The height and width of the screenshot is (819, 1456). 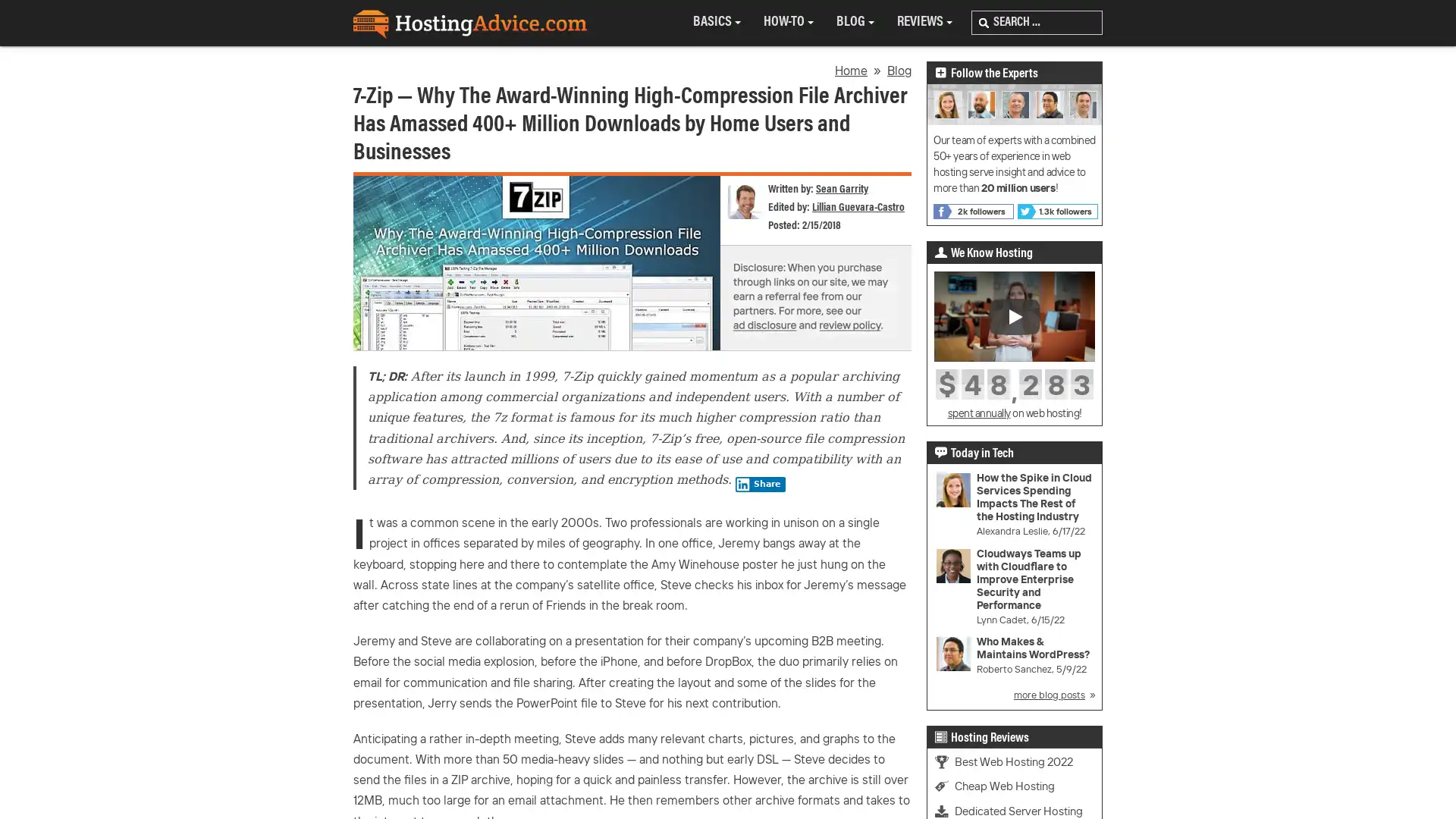 I want to click on Search, so click(x=984, y=23).